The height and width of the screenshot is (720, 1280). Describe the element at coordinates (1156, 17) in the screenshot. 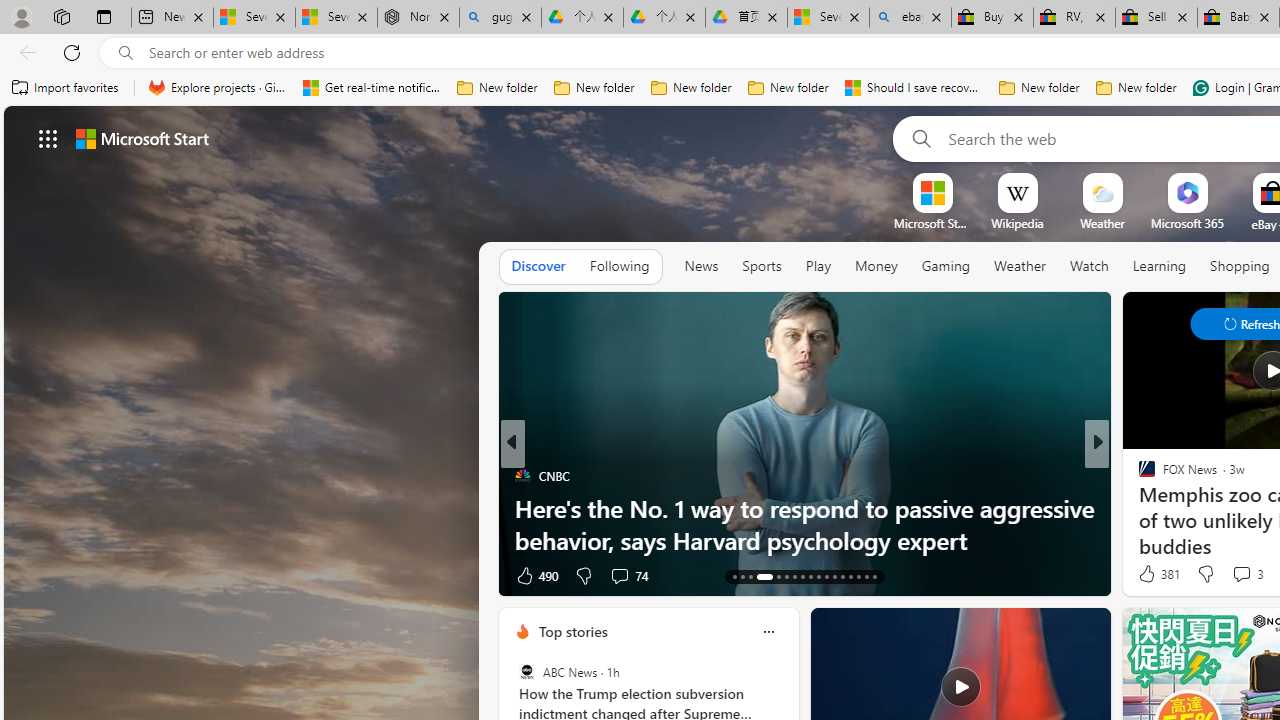

I see `'Sell worldwide with eBay'` at that location.